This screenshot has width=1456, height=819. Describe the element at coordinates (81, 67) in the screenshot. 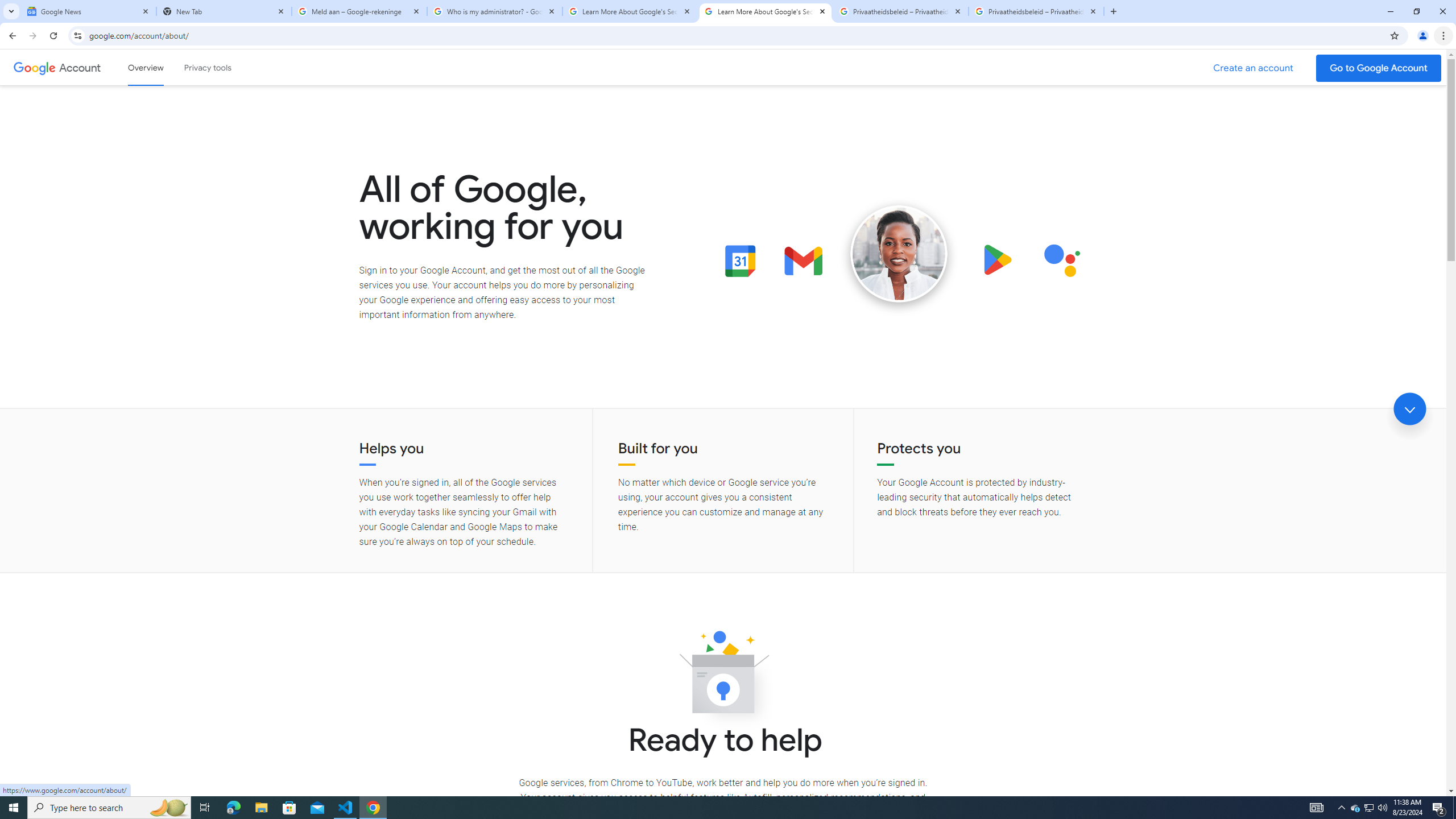

I see `'Google Account'` at that location.